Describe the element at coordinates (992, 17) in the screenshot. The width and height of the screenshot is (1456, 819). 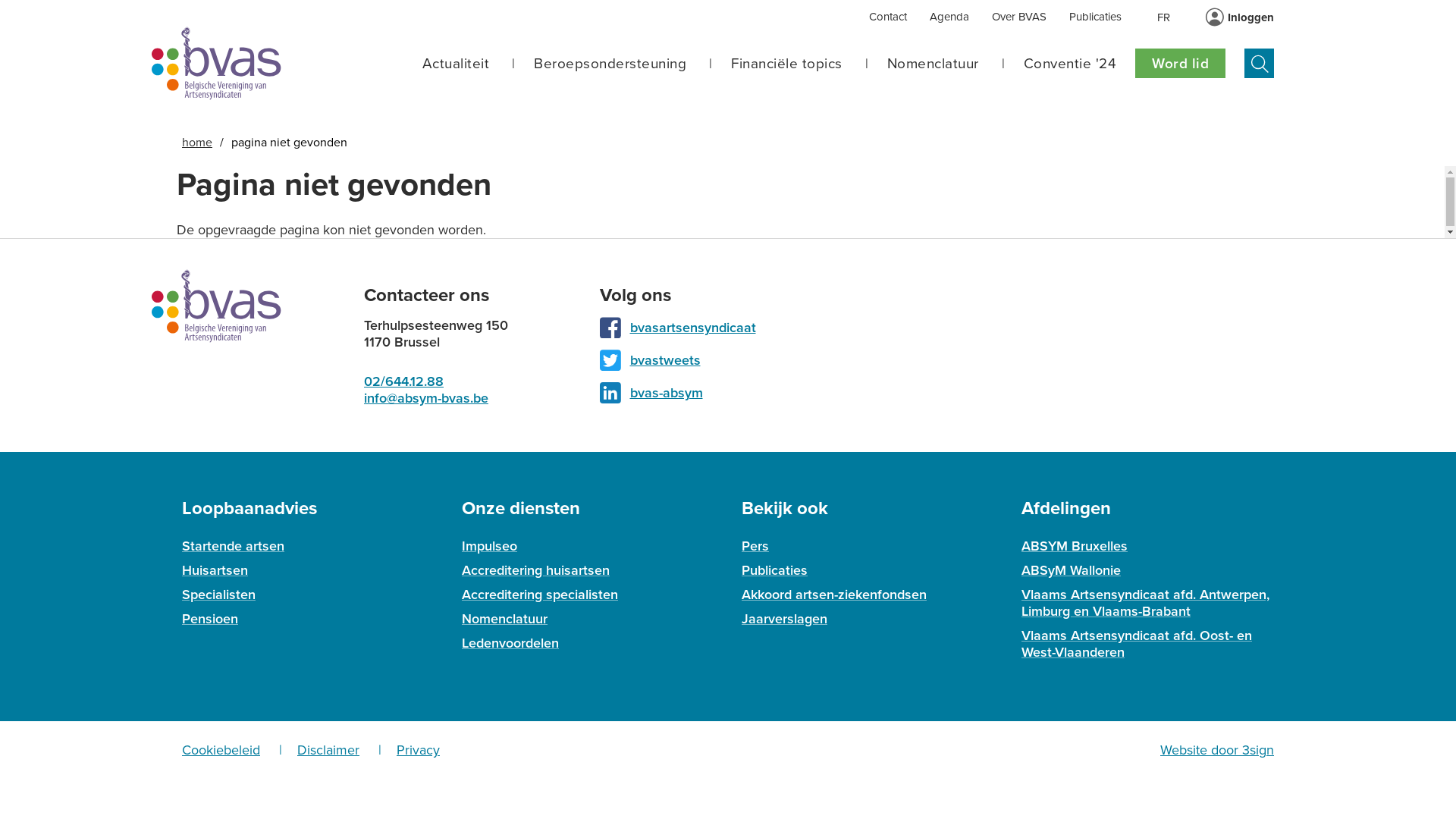
I see `'Over BVAS'` at that location.